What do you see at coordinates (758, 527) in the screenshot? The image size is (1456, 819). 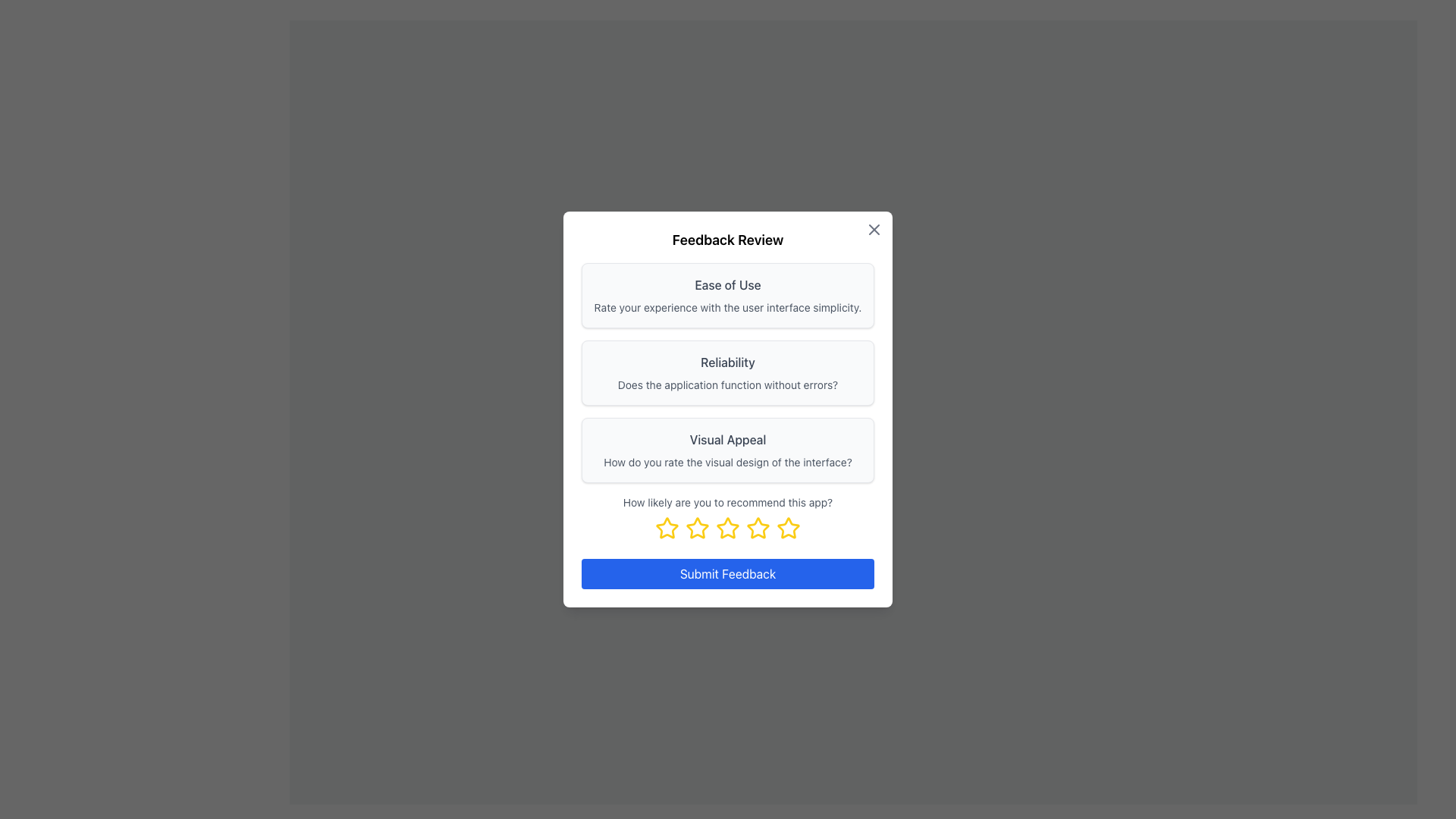 I see `the fourth star icon in the rating widget` at bounding box center [758, 527].